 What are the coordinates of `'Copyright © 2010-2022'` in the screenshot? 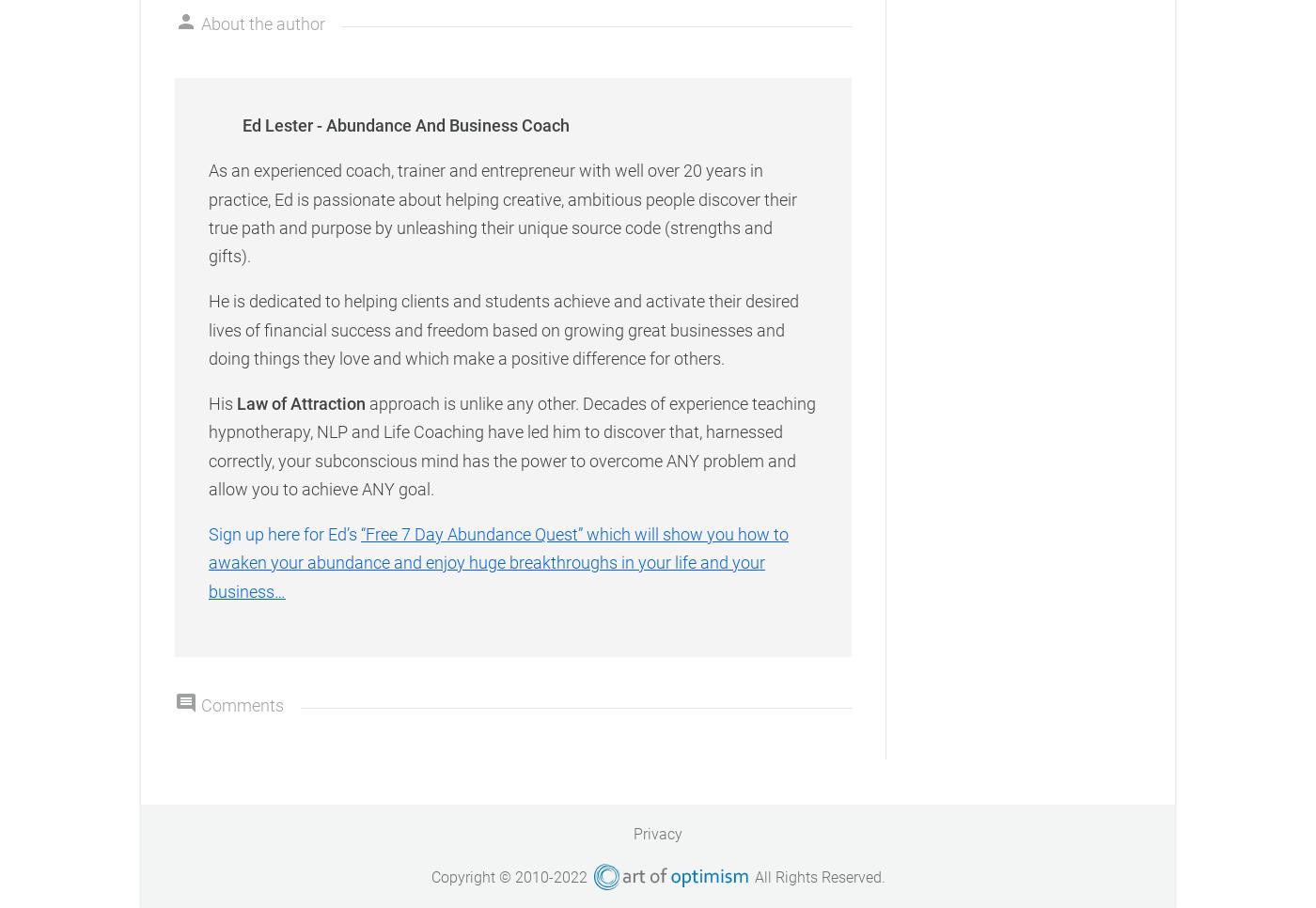 It's located at (429, 876).